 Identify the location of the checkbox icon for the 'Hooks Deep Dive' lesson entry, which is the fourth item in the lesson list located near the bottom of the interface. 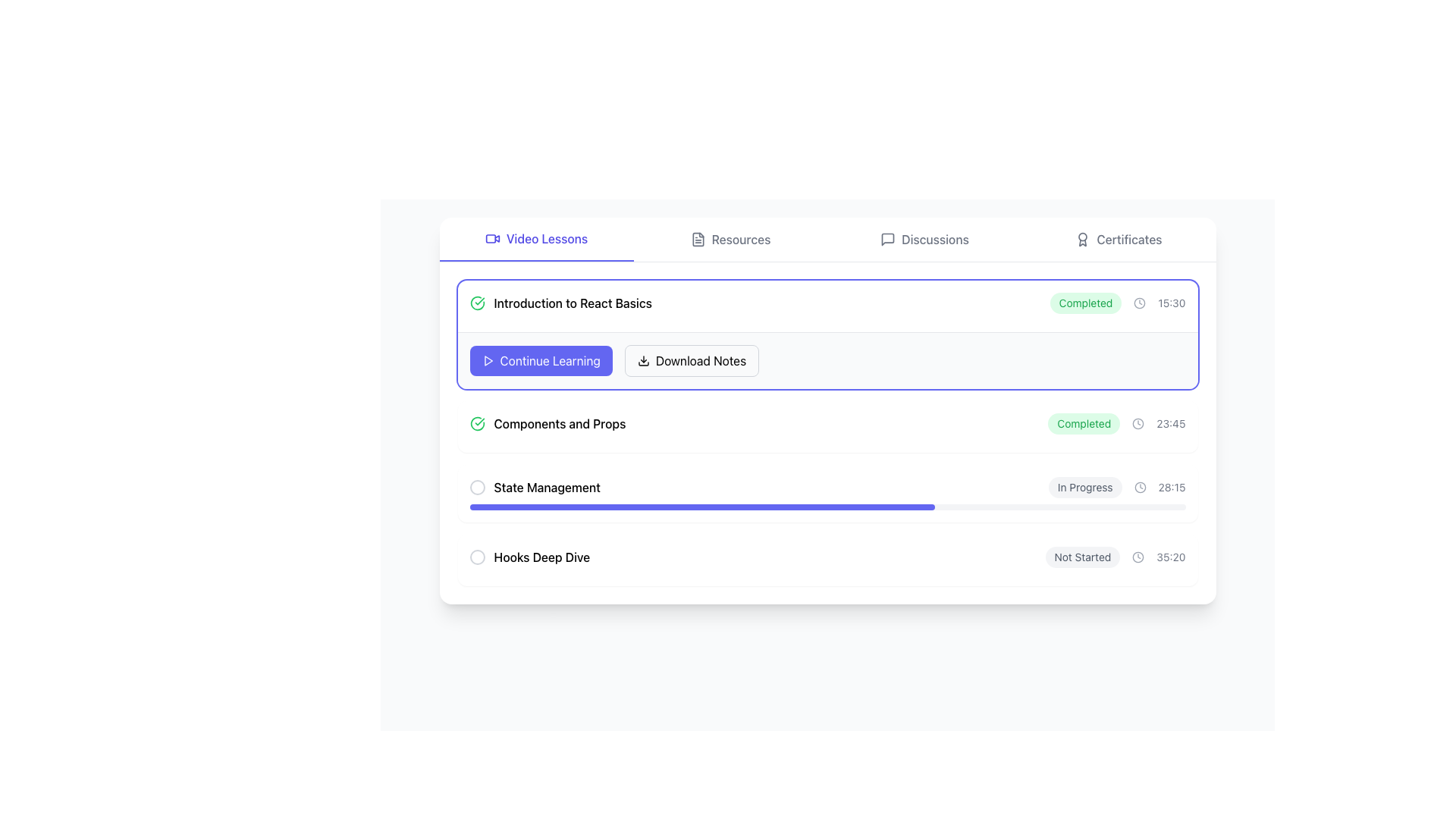
(529, 557).